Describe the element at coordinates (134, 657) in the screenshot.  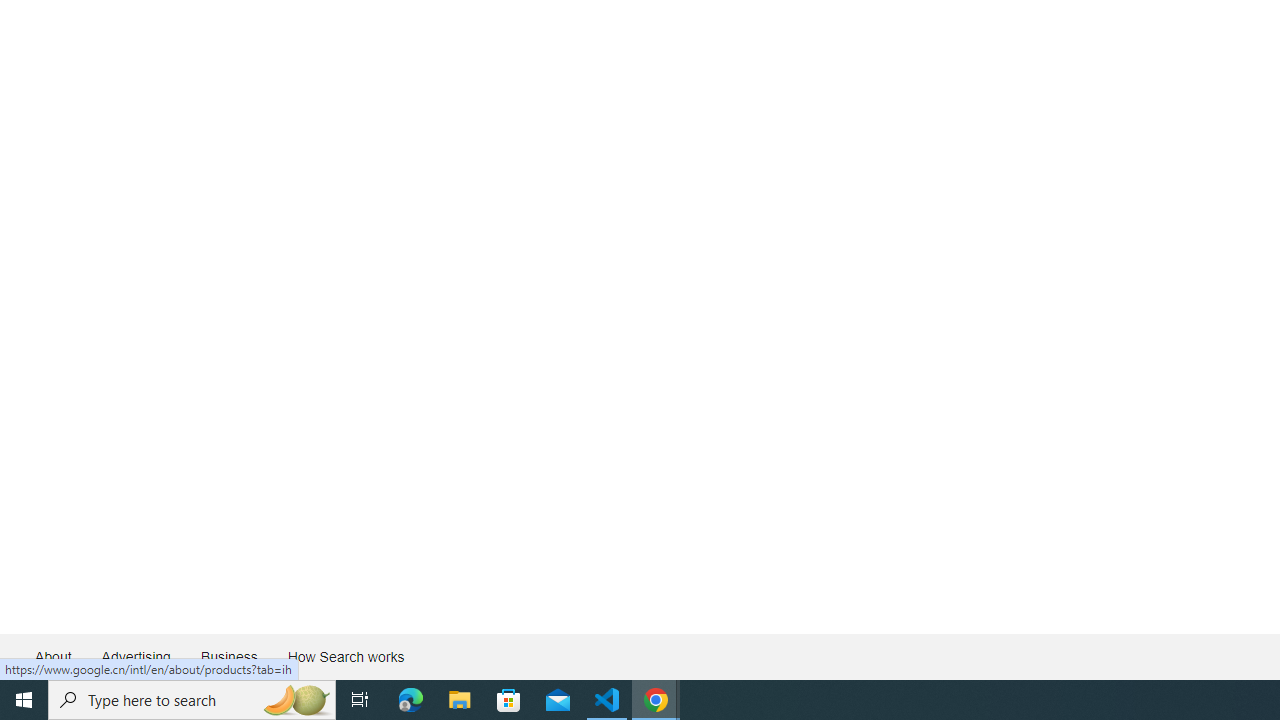
I see `'Advertising'` at that location.